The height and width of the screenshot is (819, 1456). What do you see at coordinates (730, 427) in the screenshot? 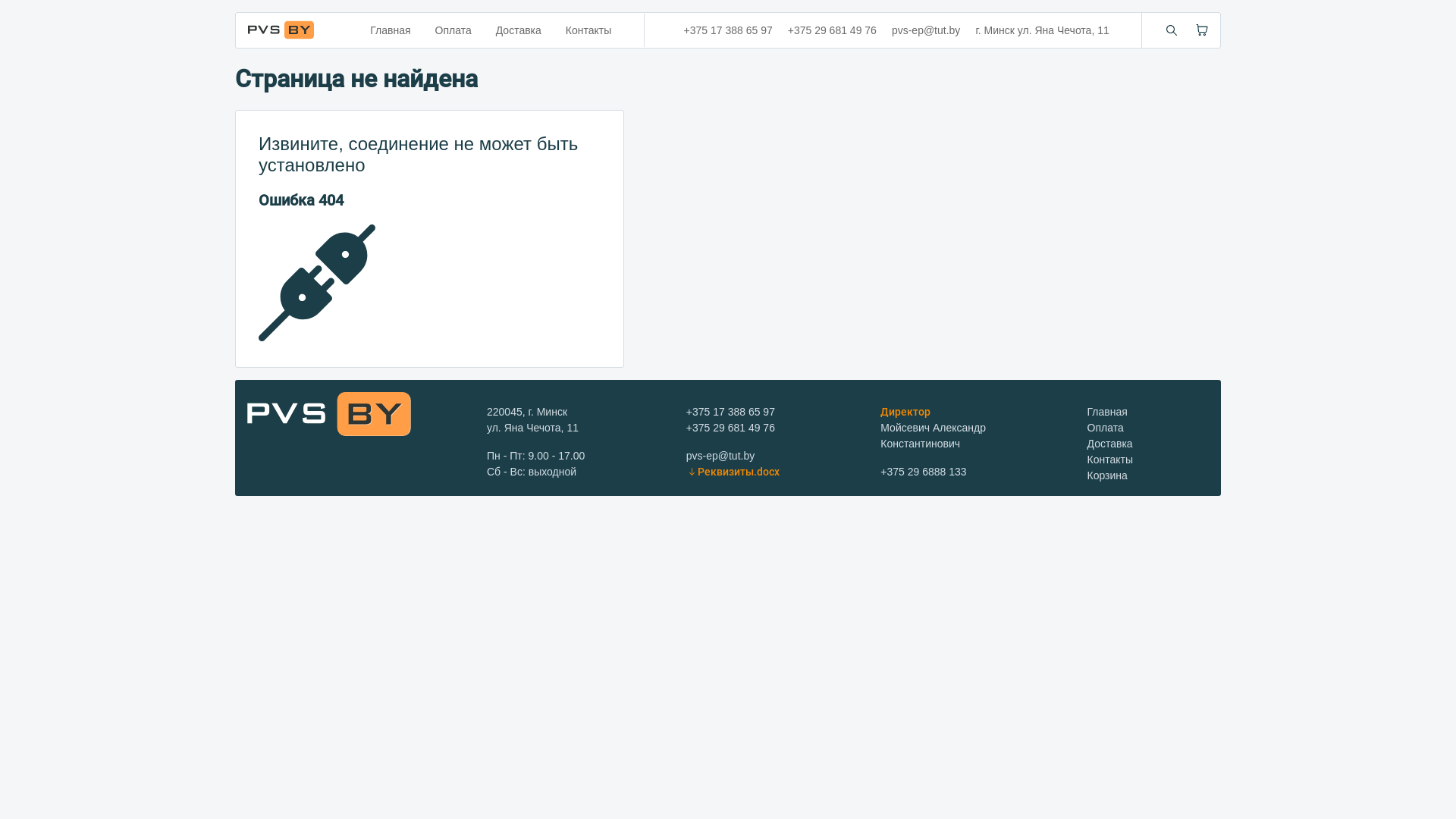
I see `'+375 29 681 49 76'` at bounding box center [730, 427].